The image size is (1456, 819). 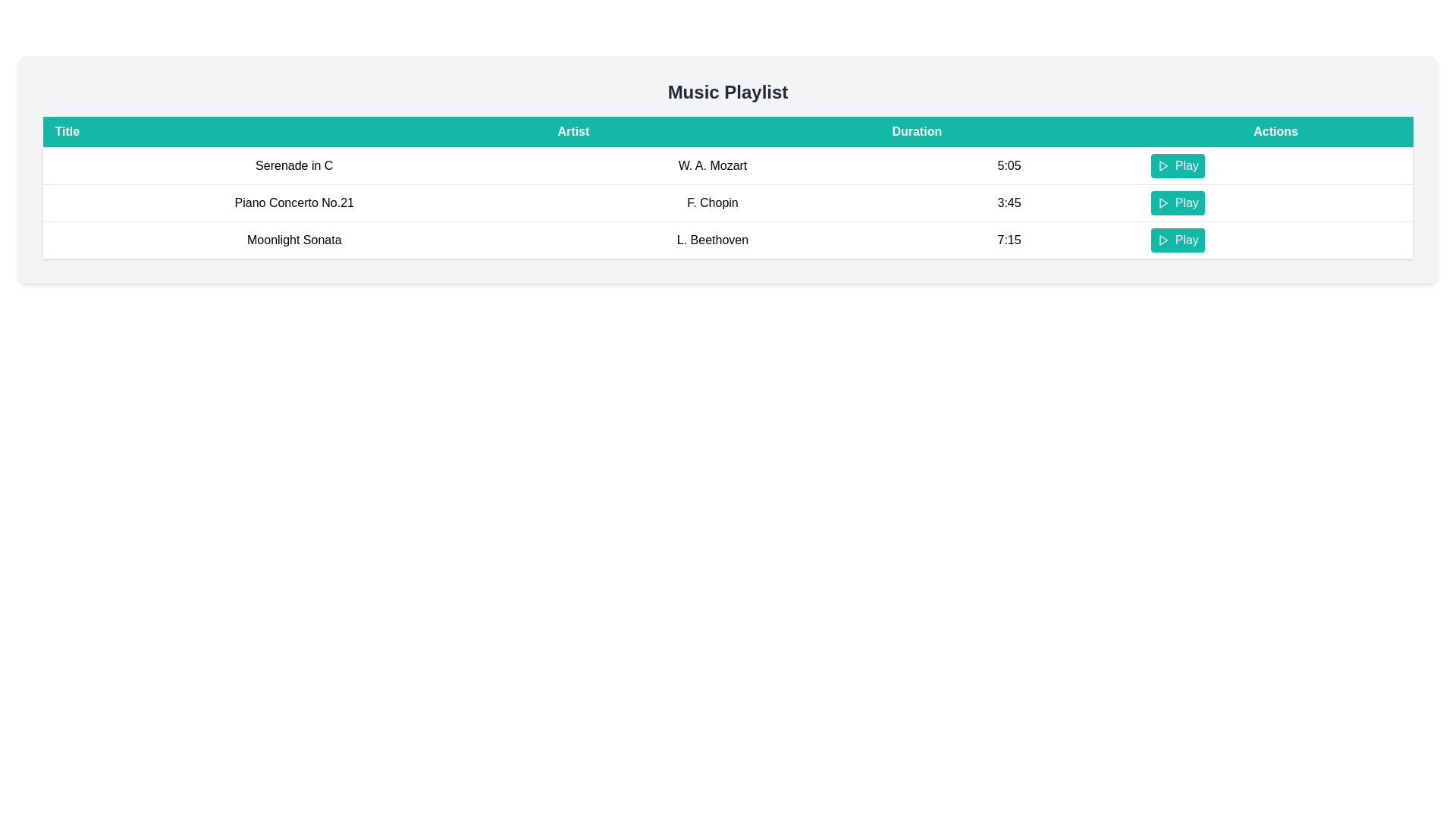 I want to click on the second row in the music playlist table to perform actions on the track entry, so click(x=728, y=202).